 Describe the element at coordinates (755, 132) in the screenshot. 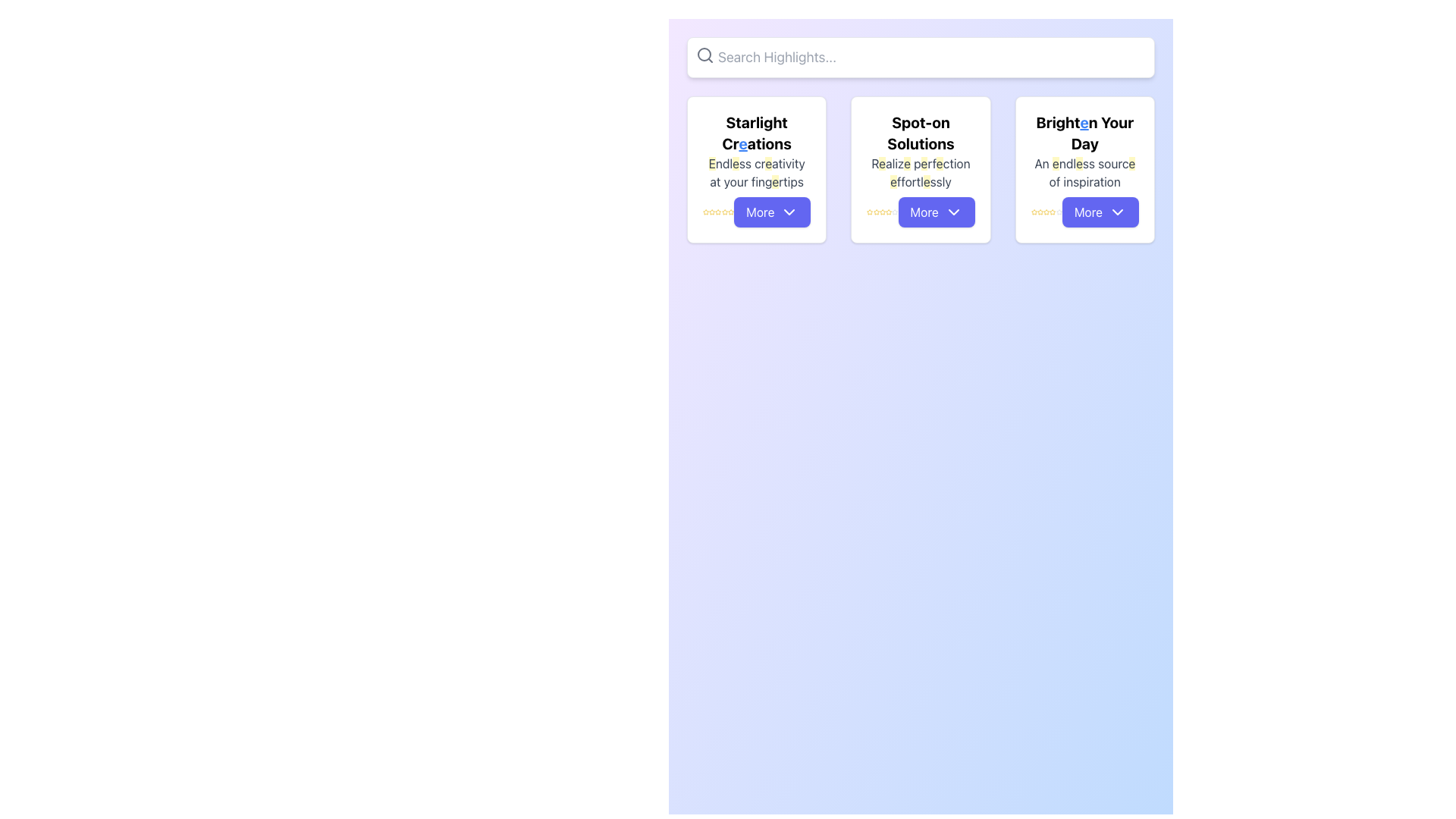

I see `the text snippet displaying 'Starlight Cr', which is styled in bold, black font and is part of the title 'Starlight Creations'` at that location.